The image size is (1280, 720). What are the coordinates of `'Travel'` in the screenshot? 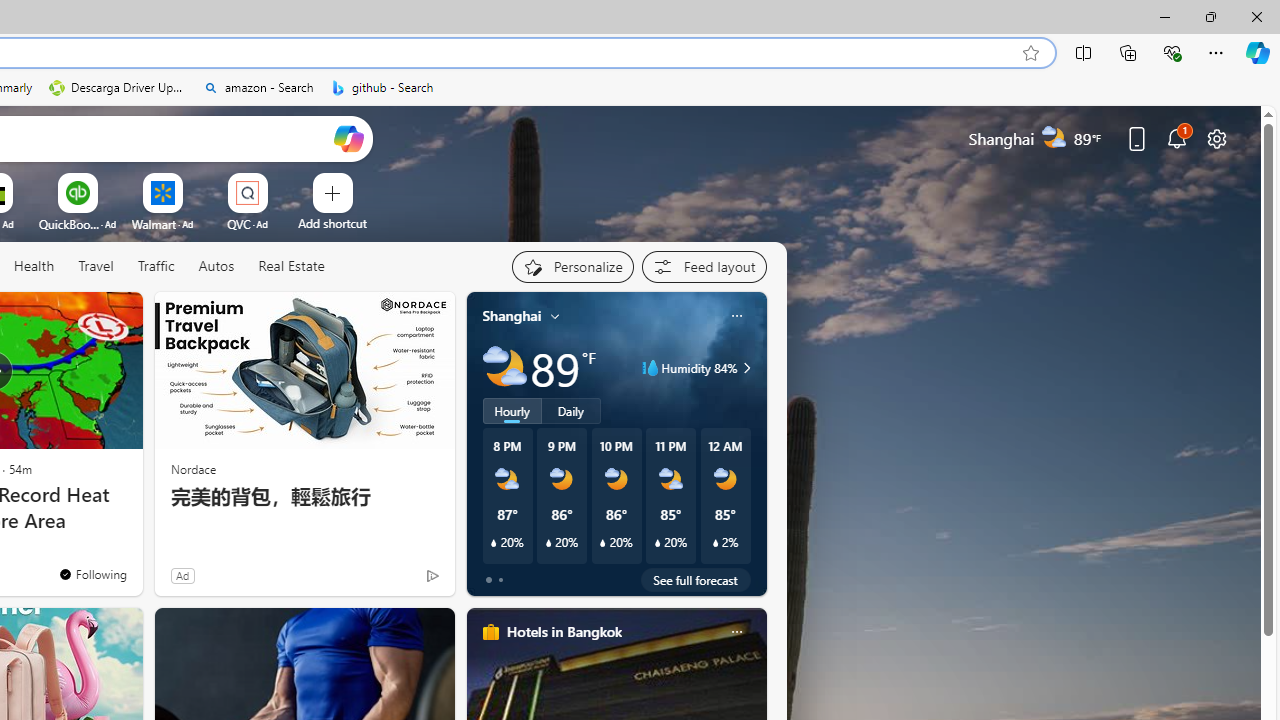 It's located at (95, 266).